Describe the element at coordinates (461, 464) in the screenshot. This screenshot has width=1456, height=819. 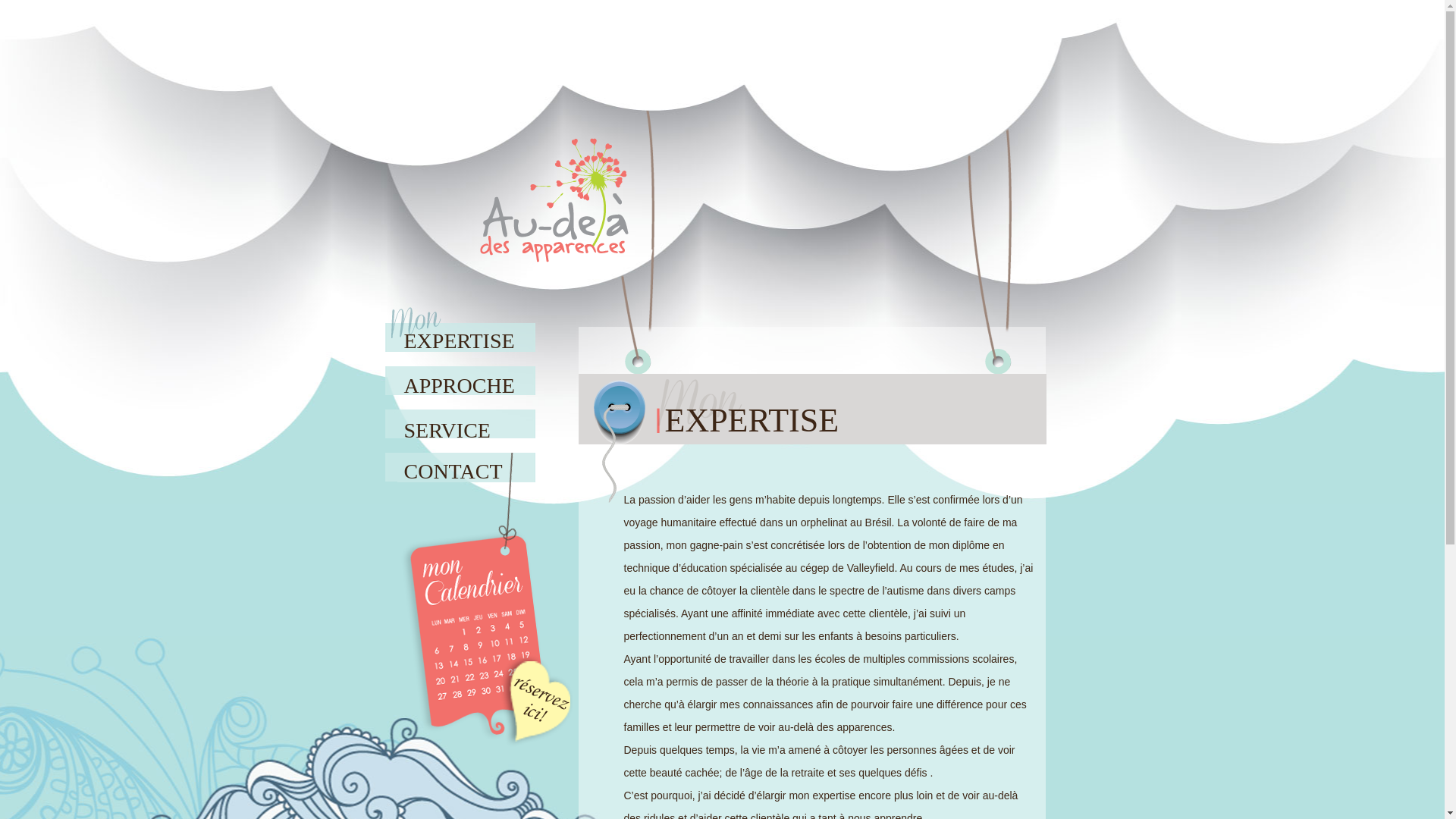
I see `'CONTACT'` at that location.